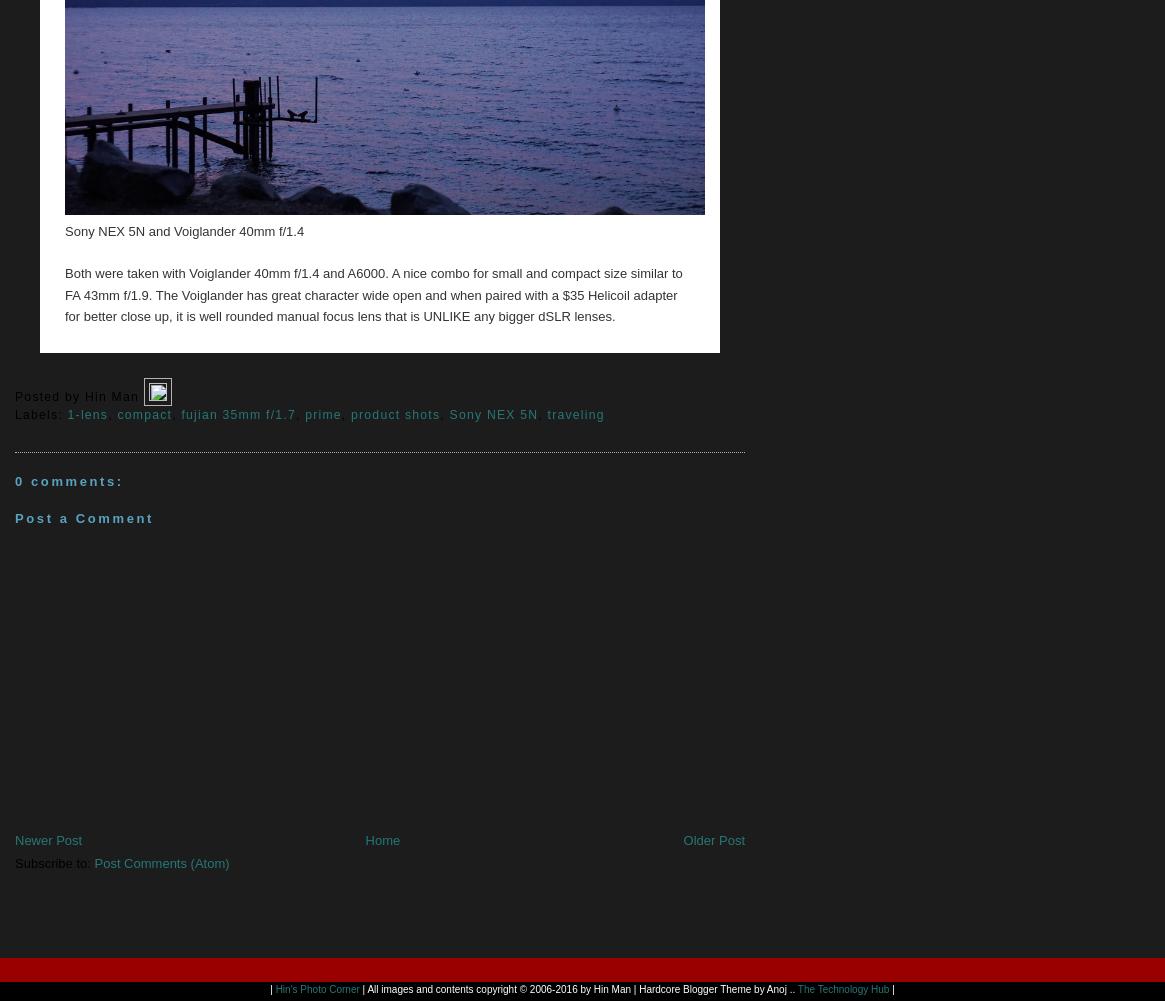 This screenshot has height=1001, width=1165. Describe the element at coordinates (315, 988) in the screenshot. I see `'Hin's Photo Corner'` at that location.